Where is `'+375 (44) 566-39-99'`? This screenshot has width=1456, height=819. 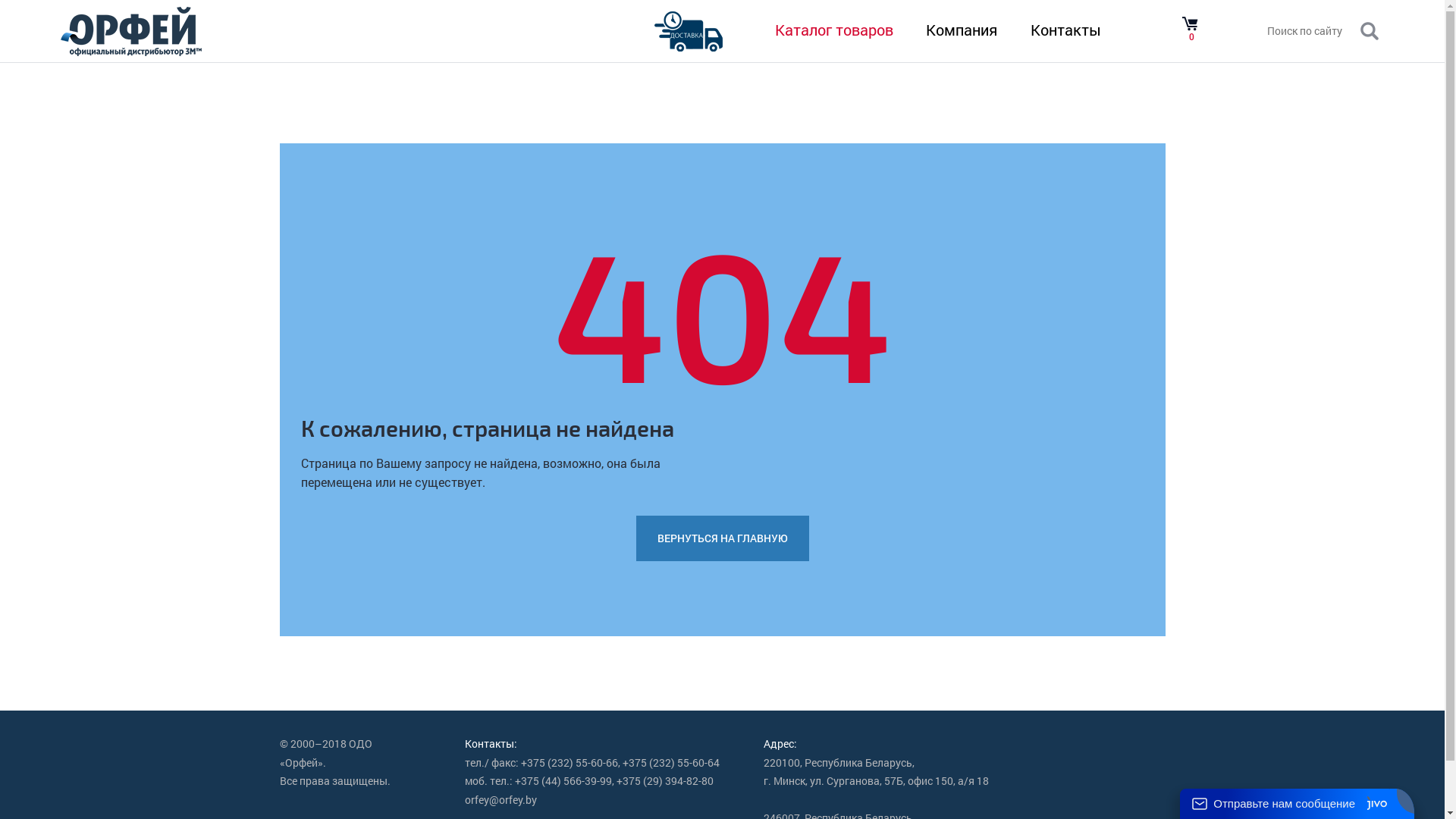 '+375 (44) 566-39-99' is located at coordinates (563, 781).